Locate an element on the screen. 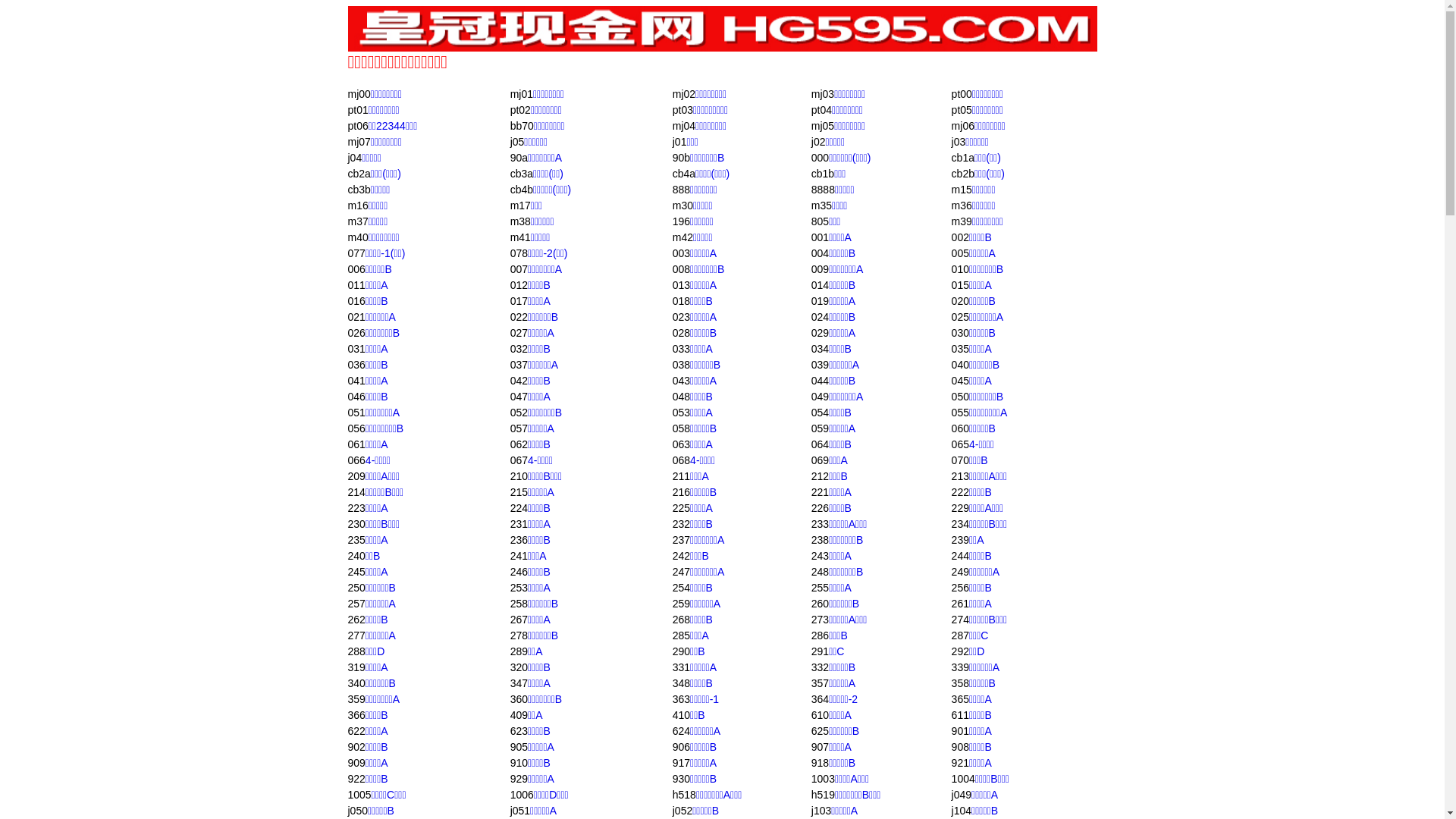  '910' is located at coordinates (519, 763).